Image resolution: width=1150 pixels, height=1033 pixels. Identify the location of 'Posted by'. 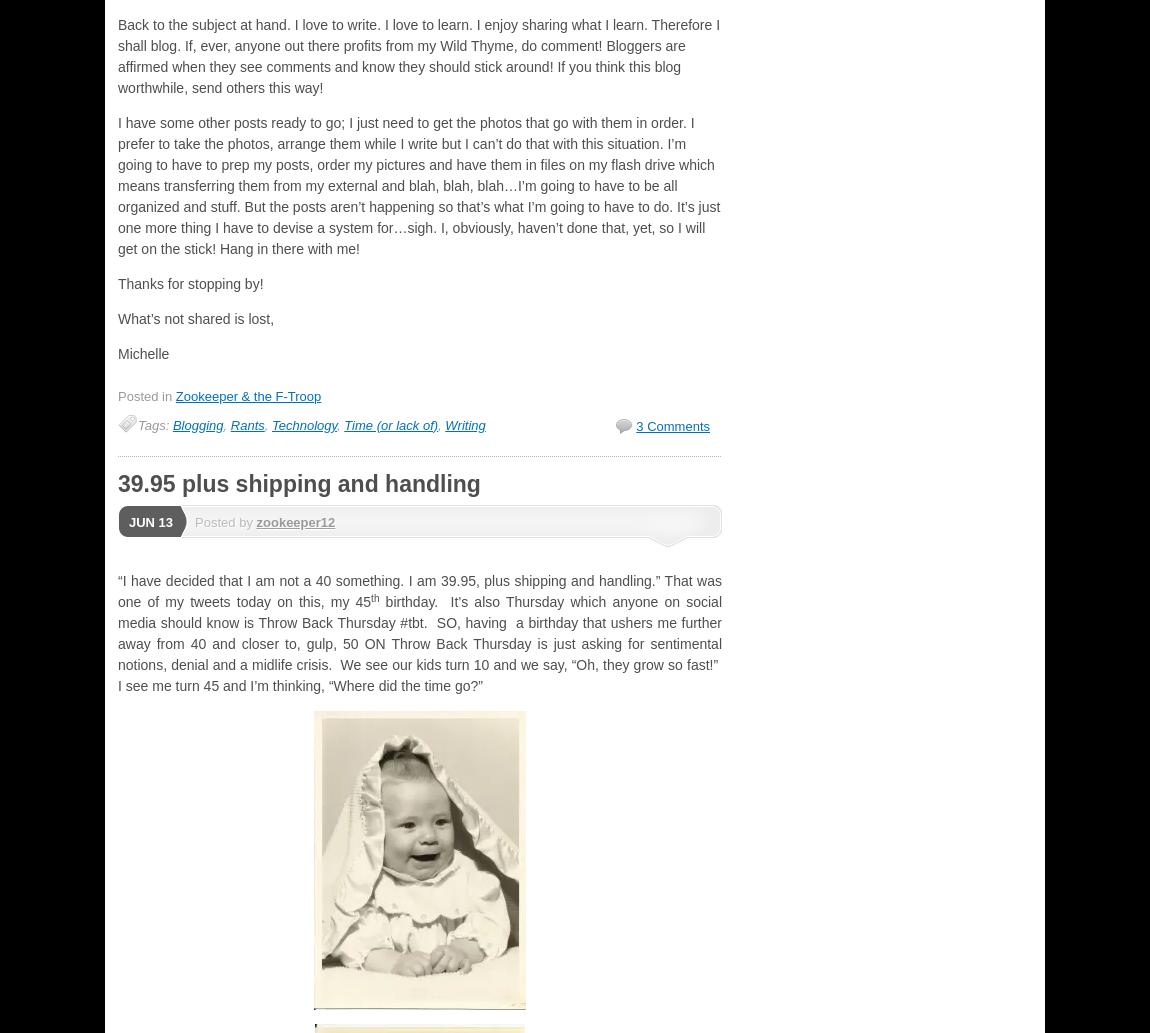
(224, 521).